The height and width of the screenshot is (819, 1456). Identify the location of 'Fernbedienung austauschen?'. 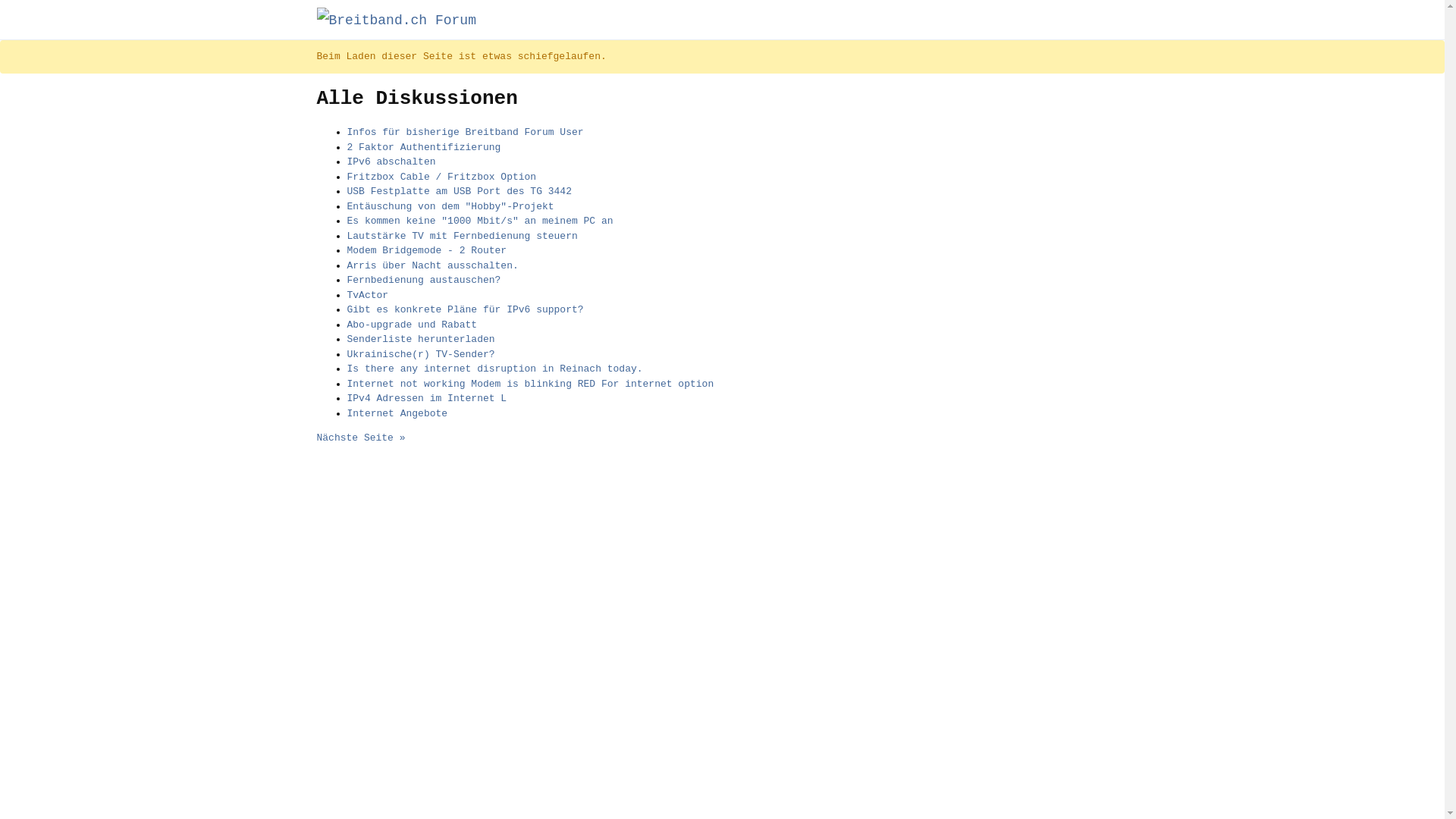
(424, 280).